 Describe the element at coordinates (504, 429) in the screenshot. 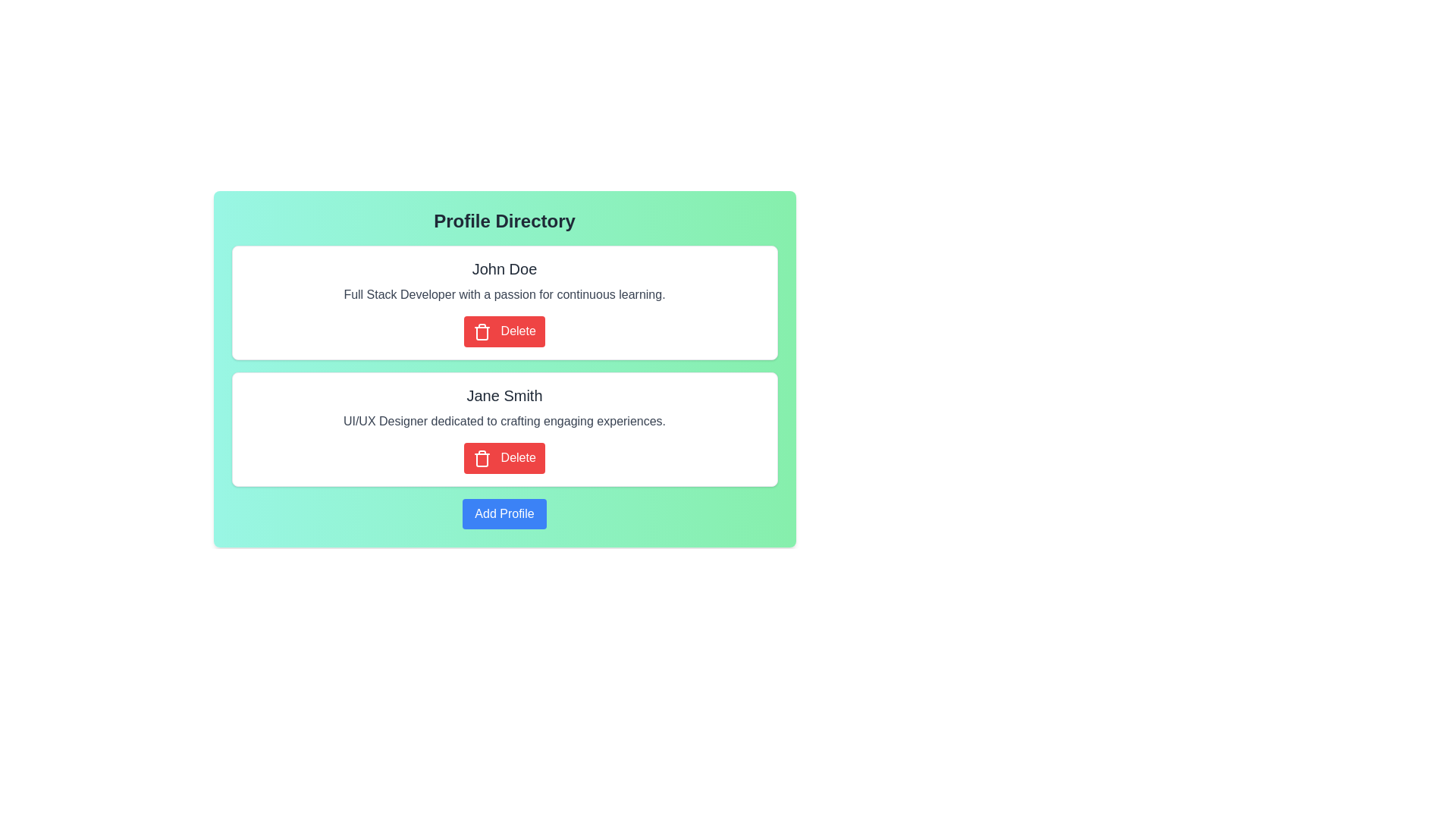

I see `profile information from the second user profile card located in the green-background section labeled 'Profile Directory'` at that location.